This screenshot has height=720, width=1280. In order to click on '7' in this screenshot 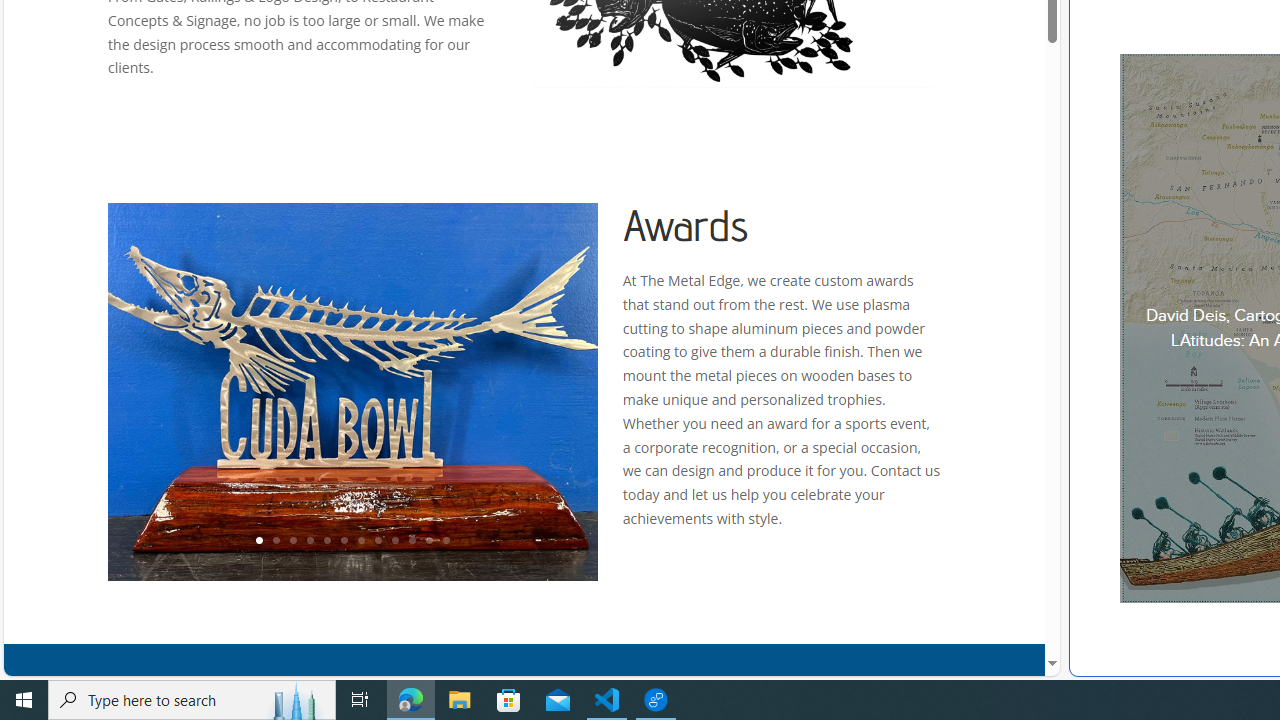, I will do `click(360, 541)`.